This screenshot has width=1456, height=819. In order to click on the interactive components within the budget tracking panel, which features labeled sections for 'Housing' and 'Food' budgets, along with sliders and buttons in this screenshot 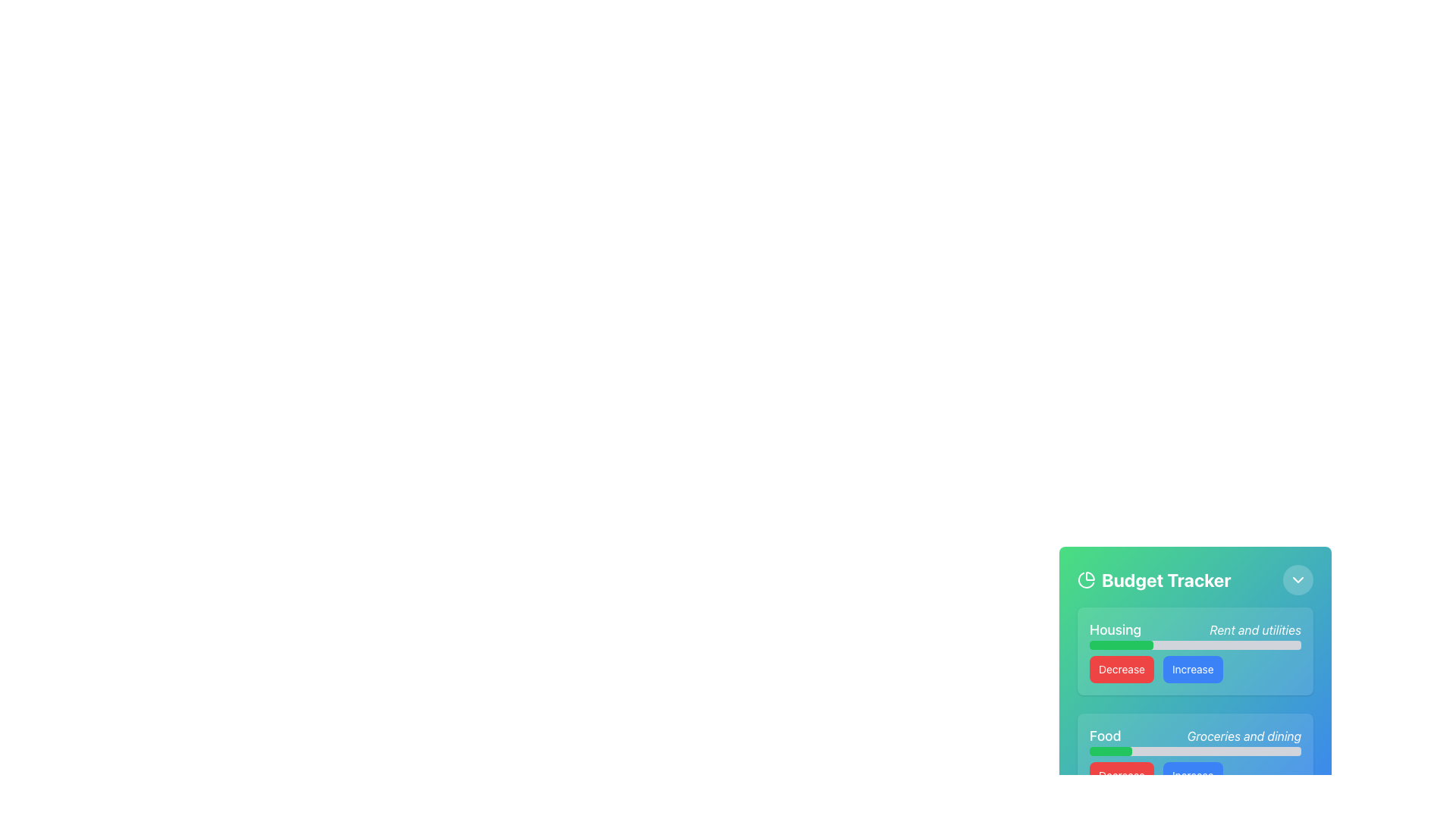, I will do `click(1194, 651)`.